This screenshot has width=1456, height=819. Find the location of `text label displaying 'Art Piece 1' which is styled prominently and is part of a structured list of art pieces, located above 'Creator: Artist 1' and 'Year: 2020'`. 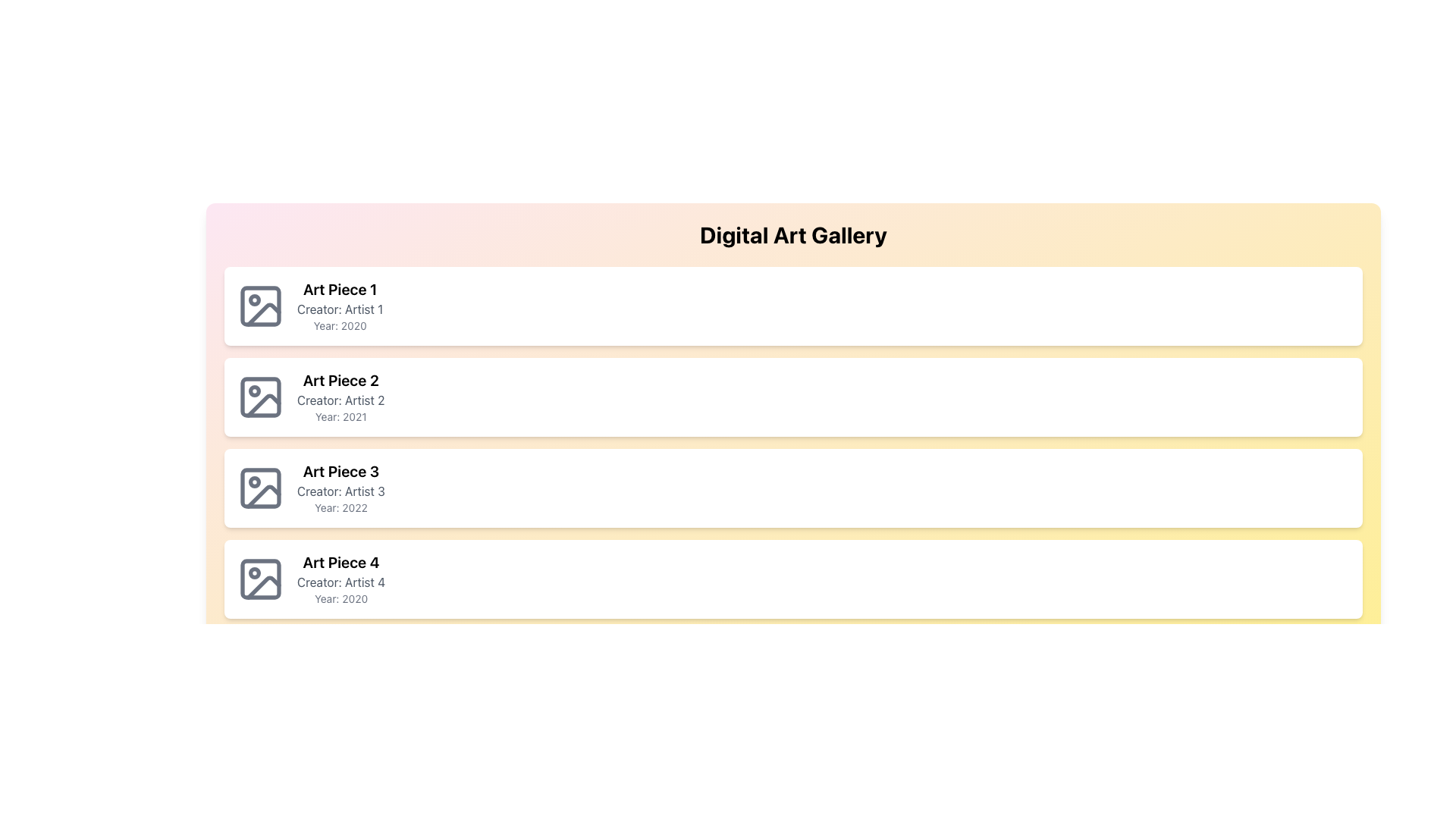

text label displaying 'Art Piece 1' which is styled prominently and is part of a structured list of art pieces, located above 'Creator: Artist 1' and 'Year: 2020' is located at coordinates (339, 289).